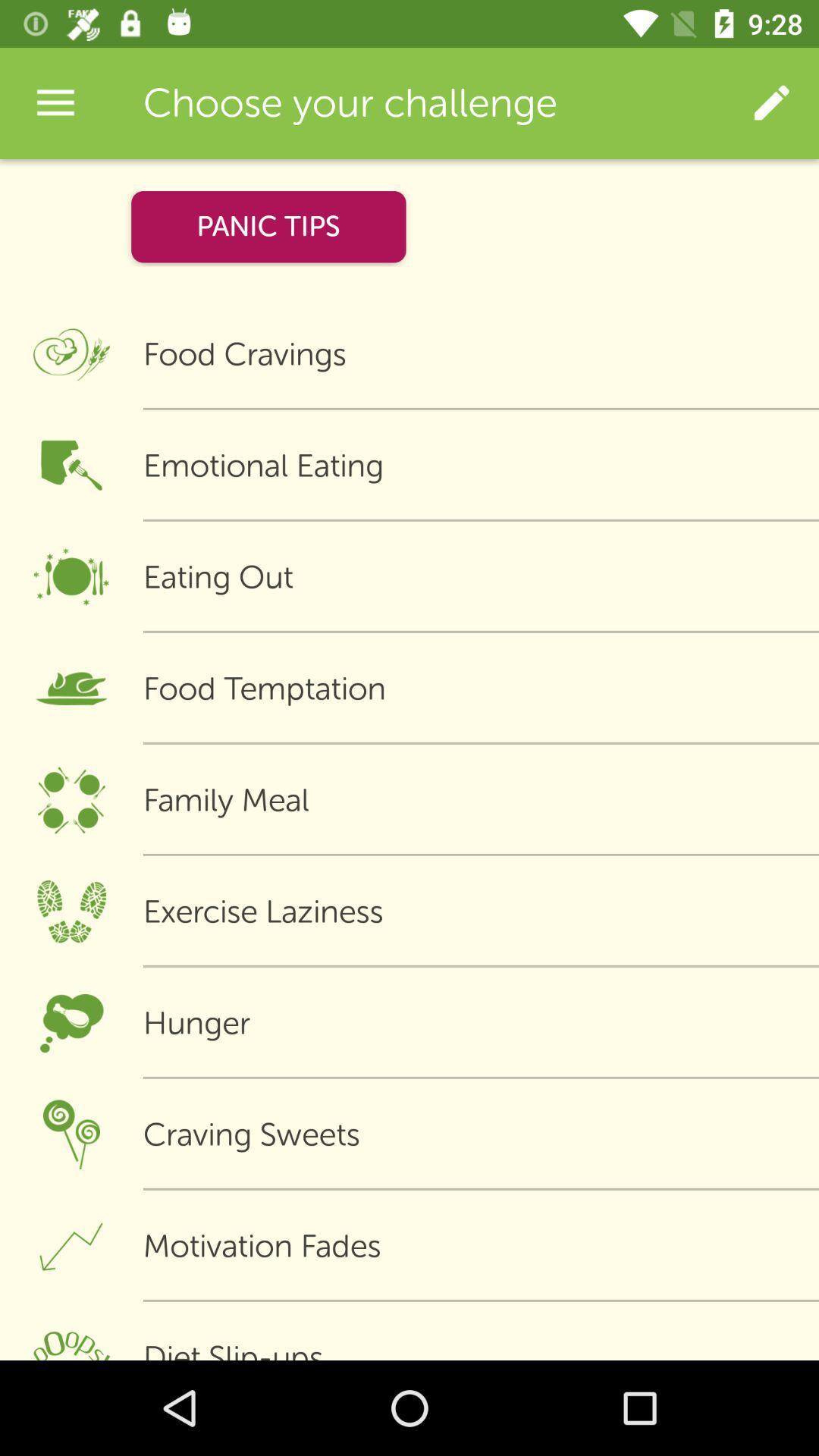 Image resolution: width=819 pixels, height=1456 pixels. I want to click on icon next to the choose your challenge app, so click(771, 102).